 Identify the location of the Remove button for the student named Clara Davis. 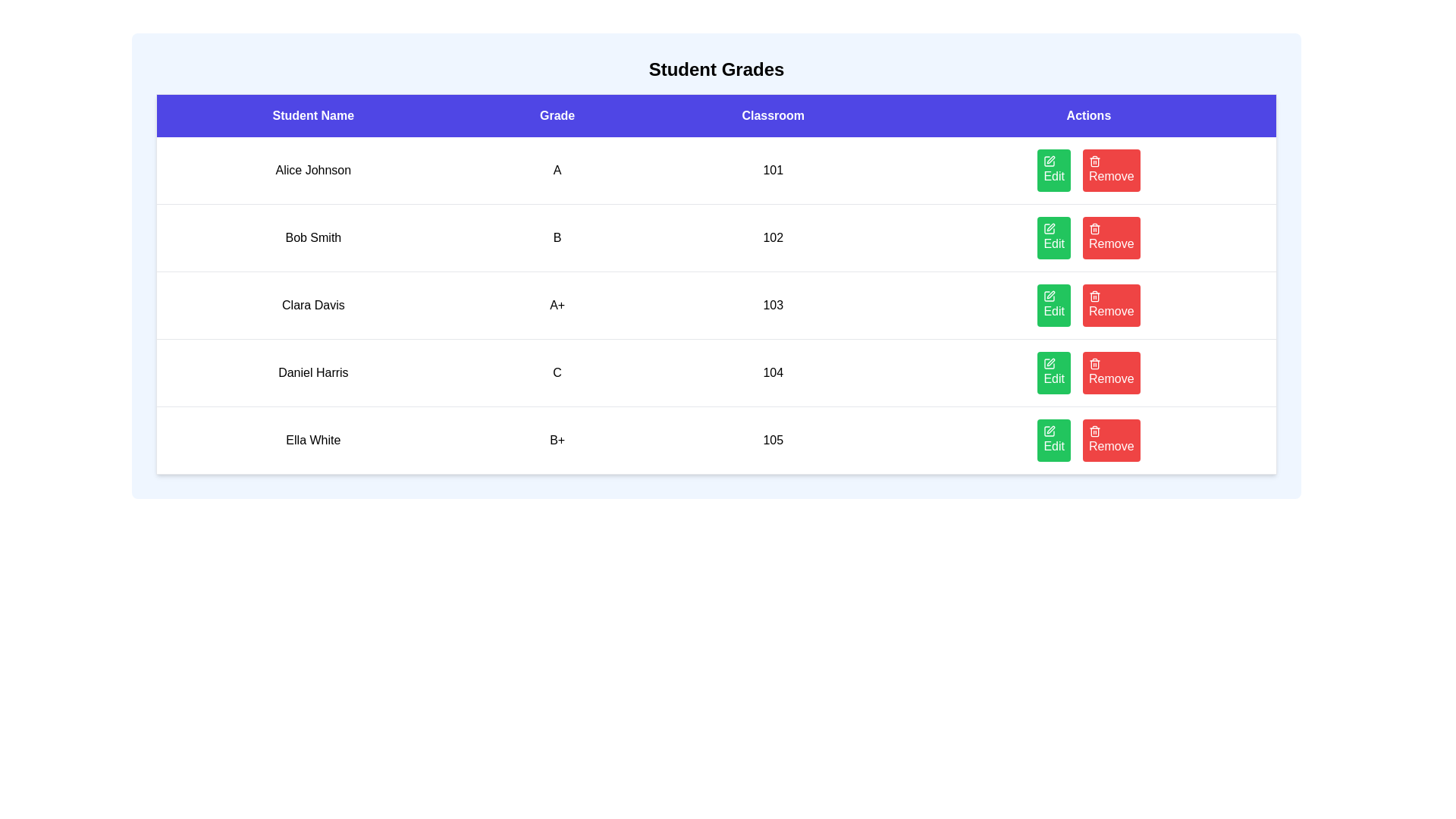
(1110, 305).